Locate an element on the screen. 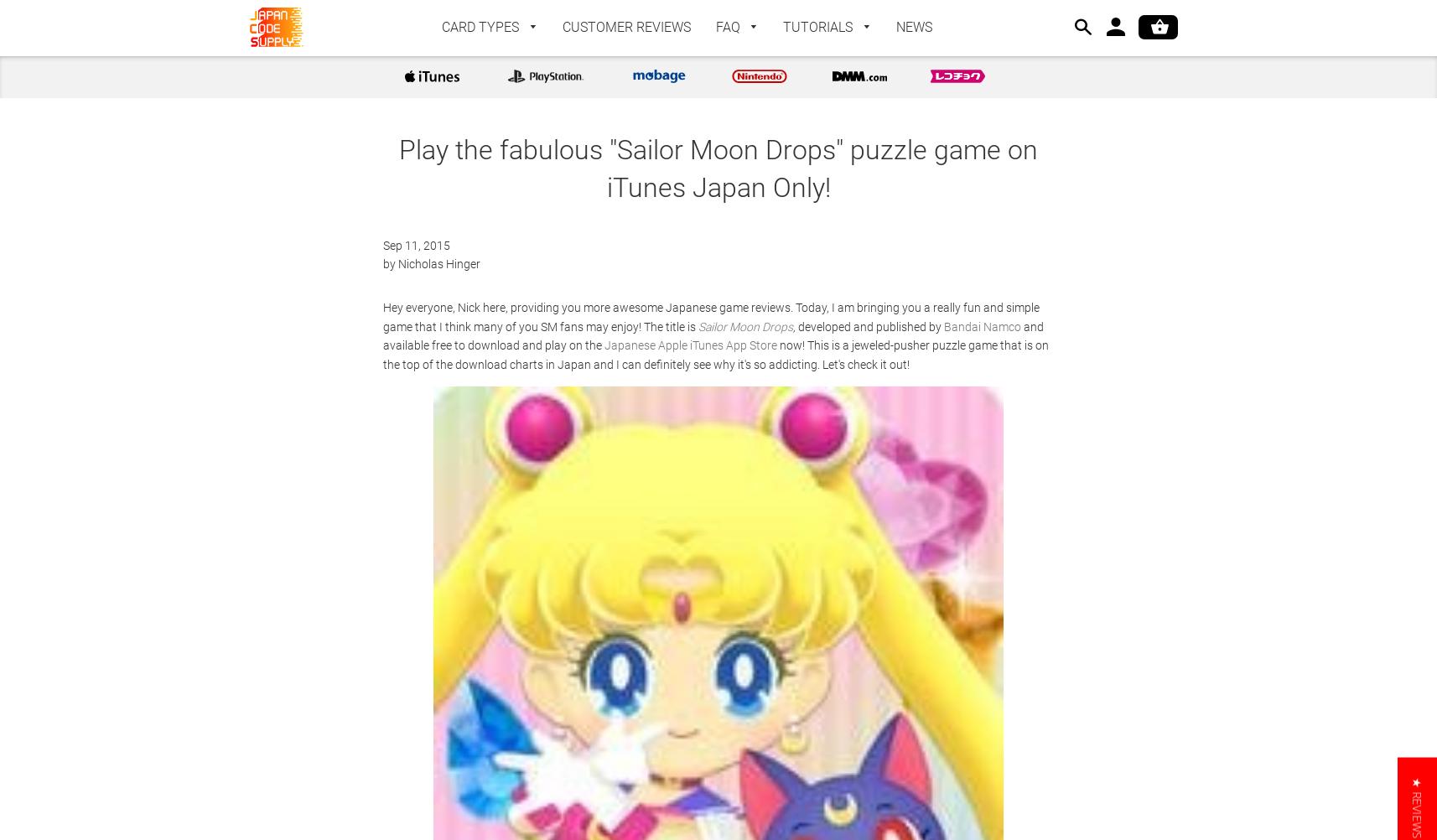  'Japanese Apple iTunes App Store' is located at coordinates (604, 345).